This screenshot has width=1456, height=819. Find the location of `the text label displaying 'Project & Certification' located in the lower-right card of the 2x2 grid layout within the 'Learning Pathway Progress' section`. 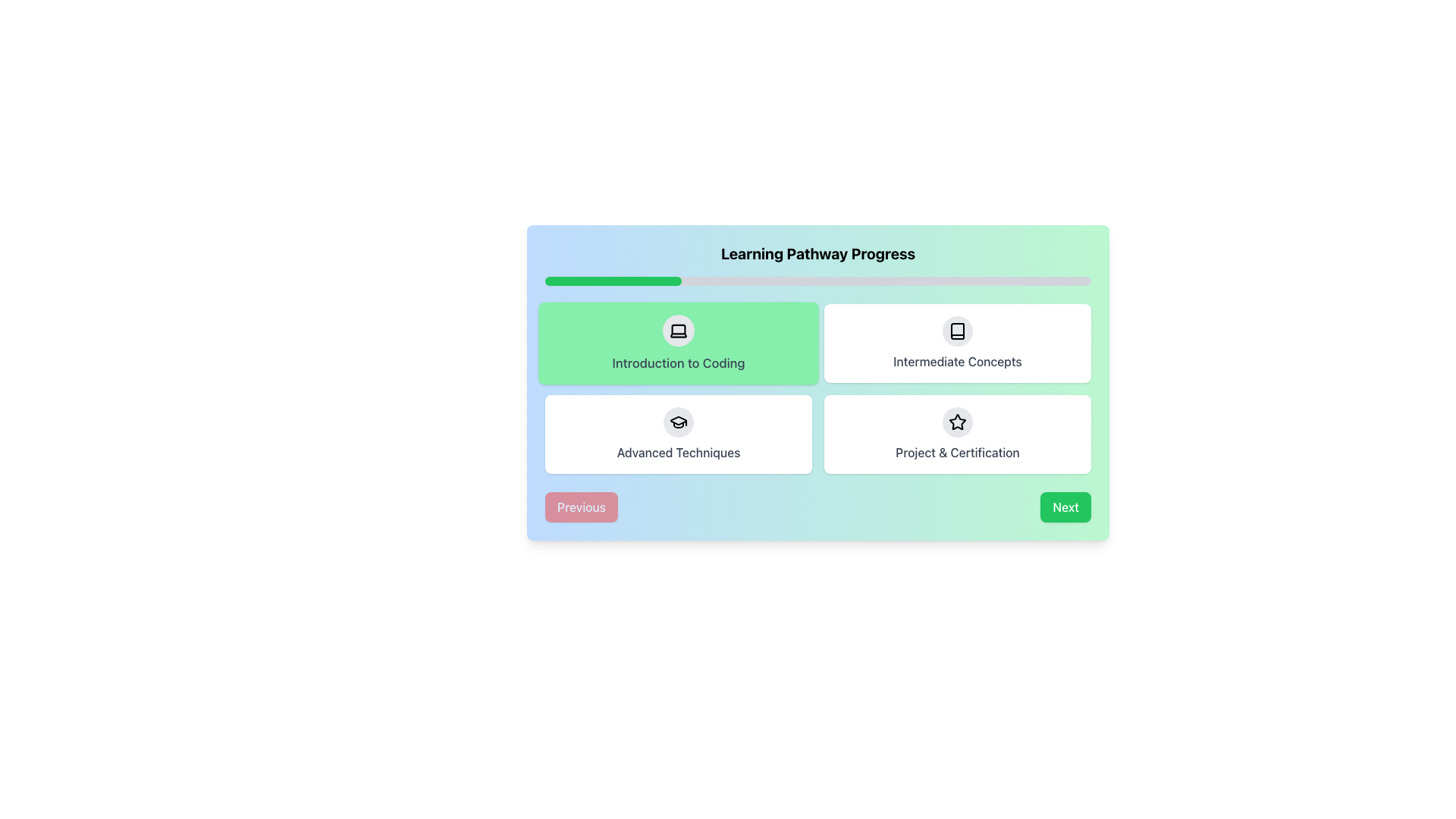

the text label displaying 'Project & Certification' located in the lower-right card of the 2x2 grid layout within the 'Learning Pathway Progress' section is located at coordinates (956, 452).